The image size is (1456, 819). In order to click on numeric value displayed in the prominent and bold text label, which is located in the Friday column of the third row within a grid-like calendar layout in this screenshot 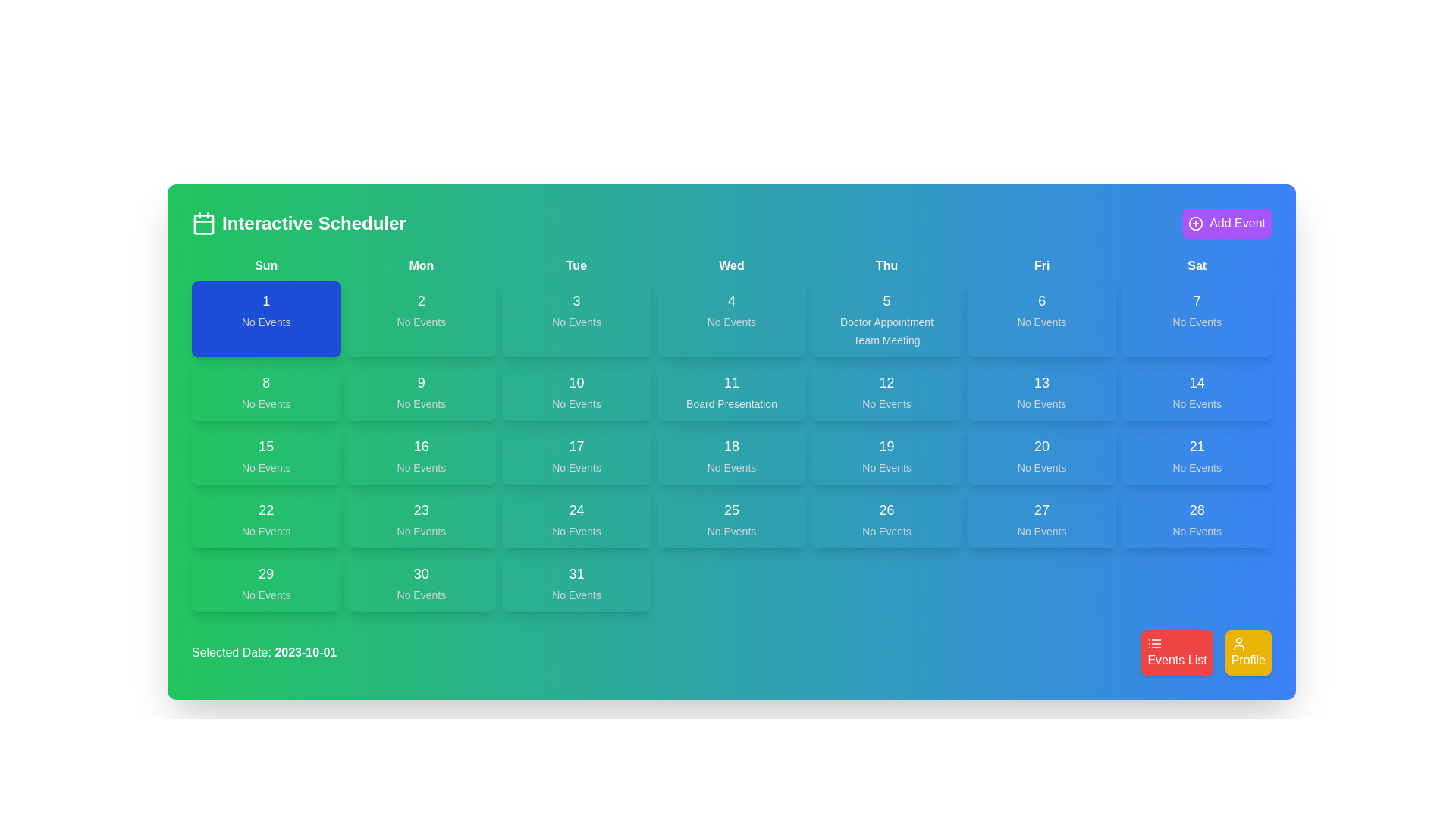, I will do `click(1041, 446)`.